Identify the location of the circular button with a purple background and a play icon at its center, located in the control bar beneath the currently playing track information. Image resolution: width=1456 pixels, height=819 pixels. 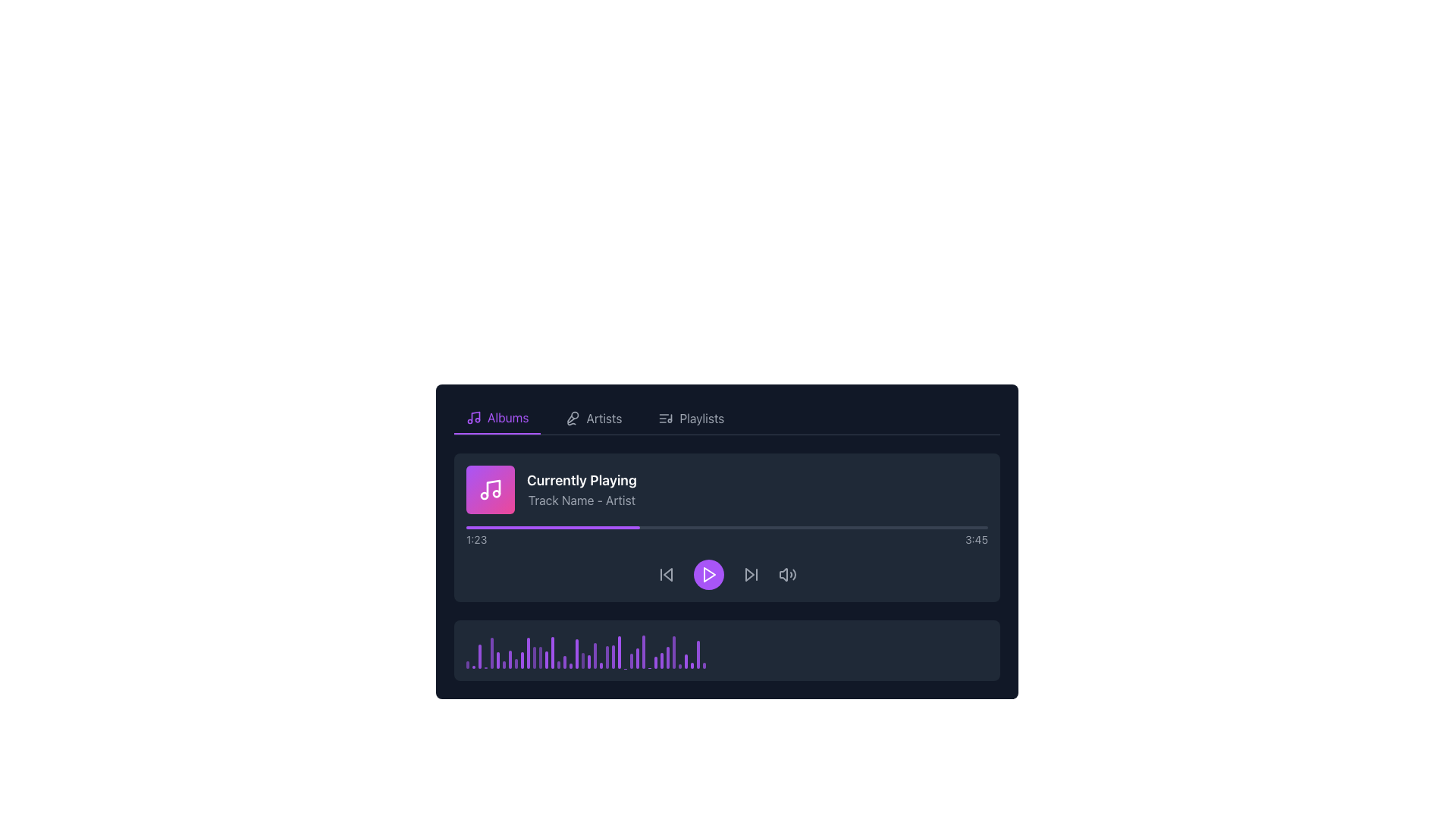
(708, 575).